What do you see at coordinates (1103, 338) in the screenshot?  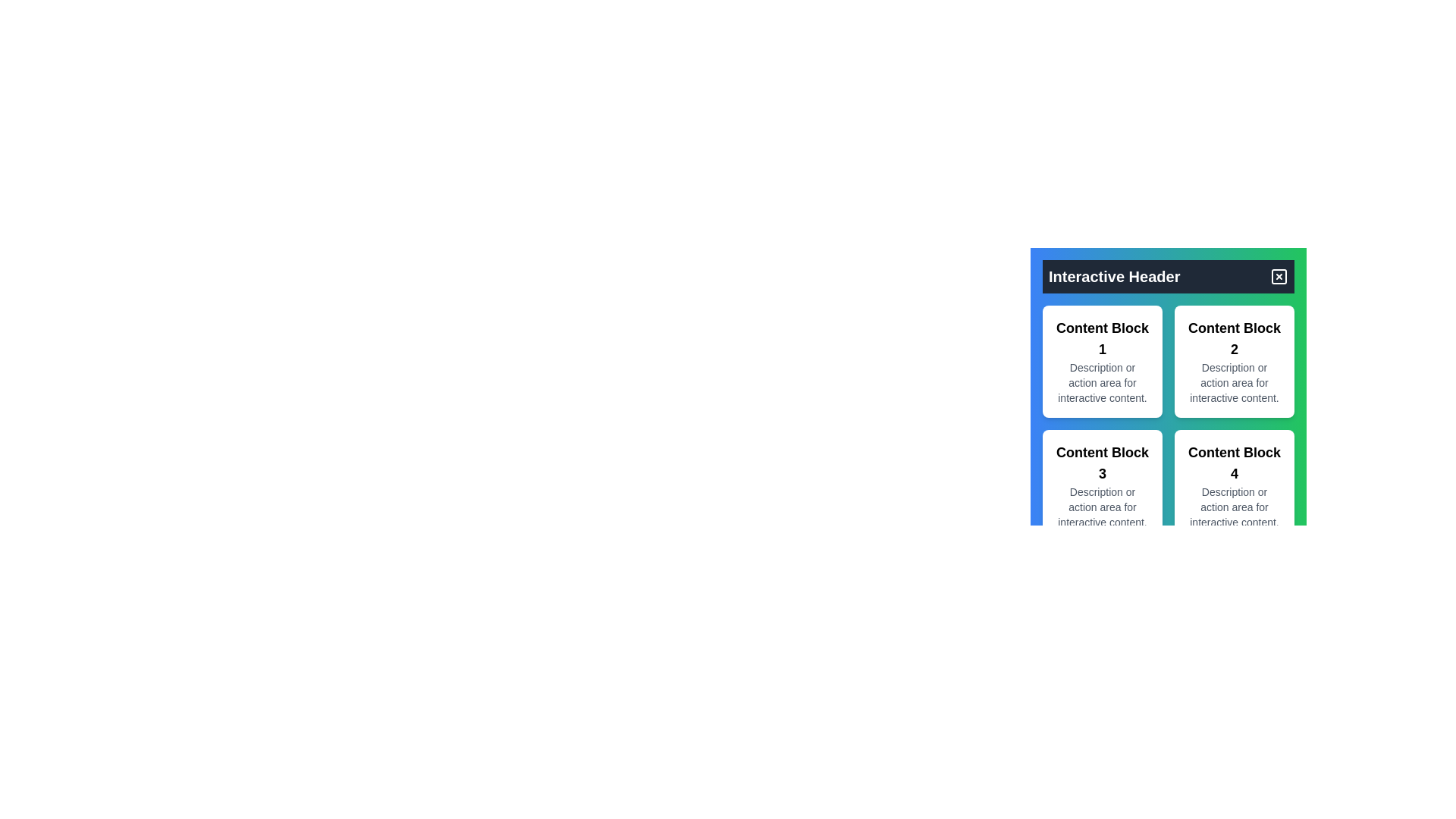 I see `the large header text element reading 'Content Block 1', which is positioned at the top of the first card in a two-by-two grid layout` at bounding box center [1103, 338].